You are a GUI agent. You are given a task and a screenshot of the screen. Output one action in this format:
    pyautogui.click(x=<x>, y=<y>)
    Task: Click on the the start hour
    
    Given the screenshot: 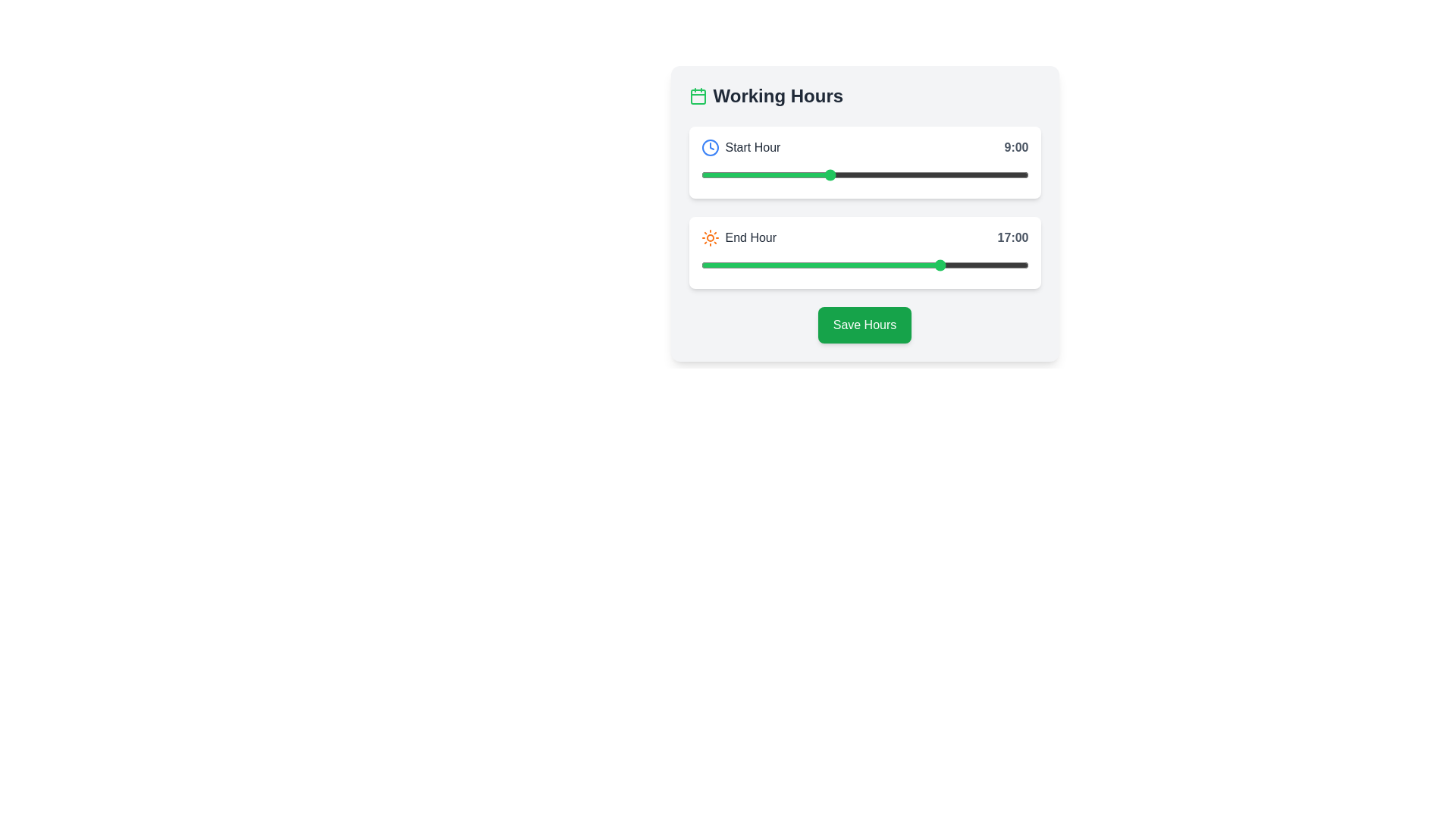 What is the action you would take?
    pyautogui.click(x=971, y=174)
    